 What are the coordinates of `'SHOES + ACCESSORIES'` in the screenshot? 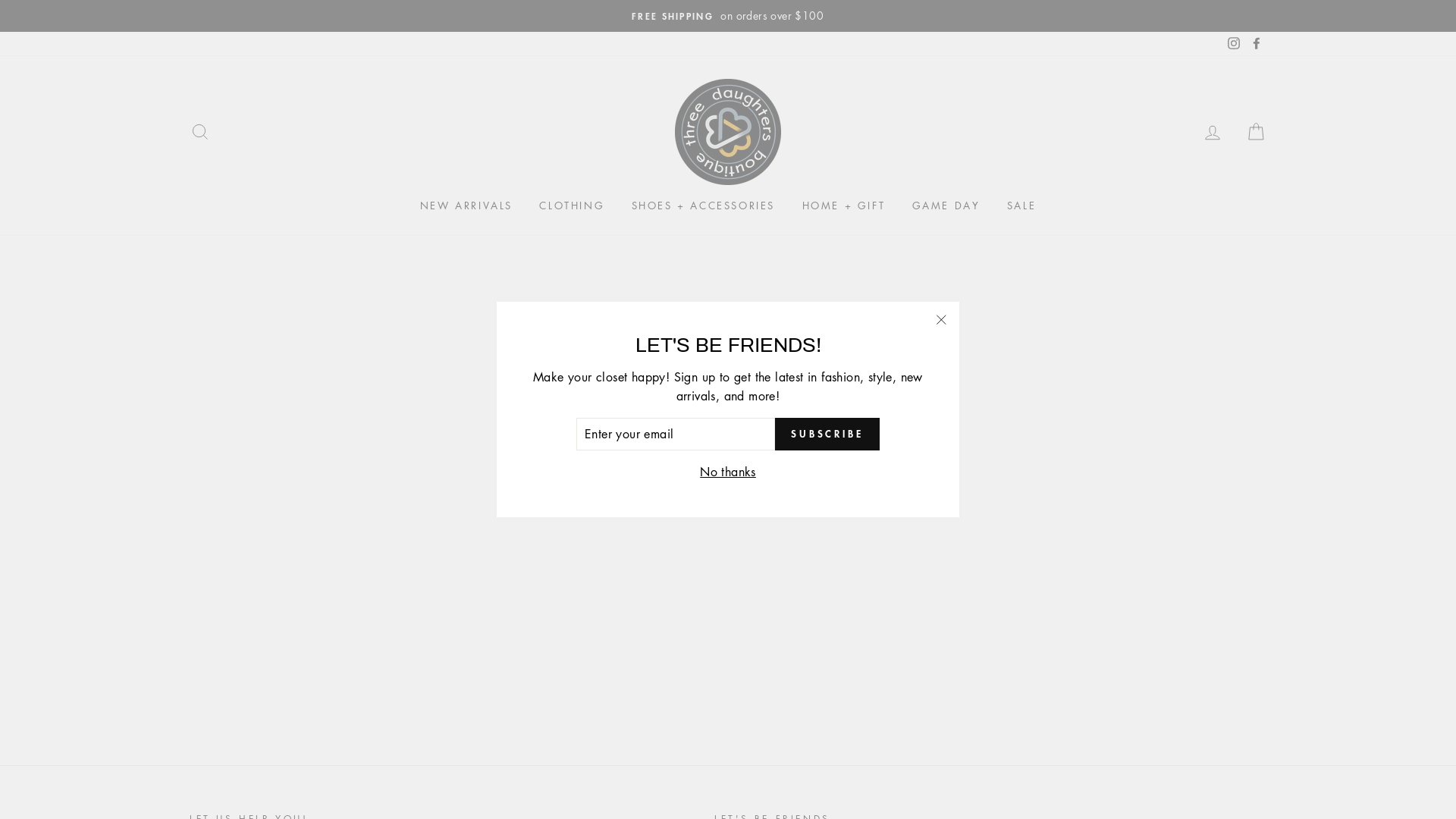 It's located at (702, 206).